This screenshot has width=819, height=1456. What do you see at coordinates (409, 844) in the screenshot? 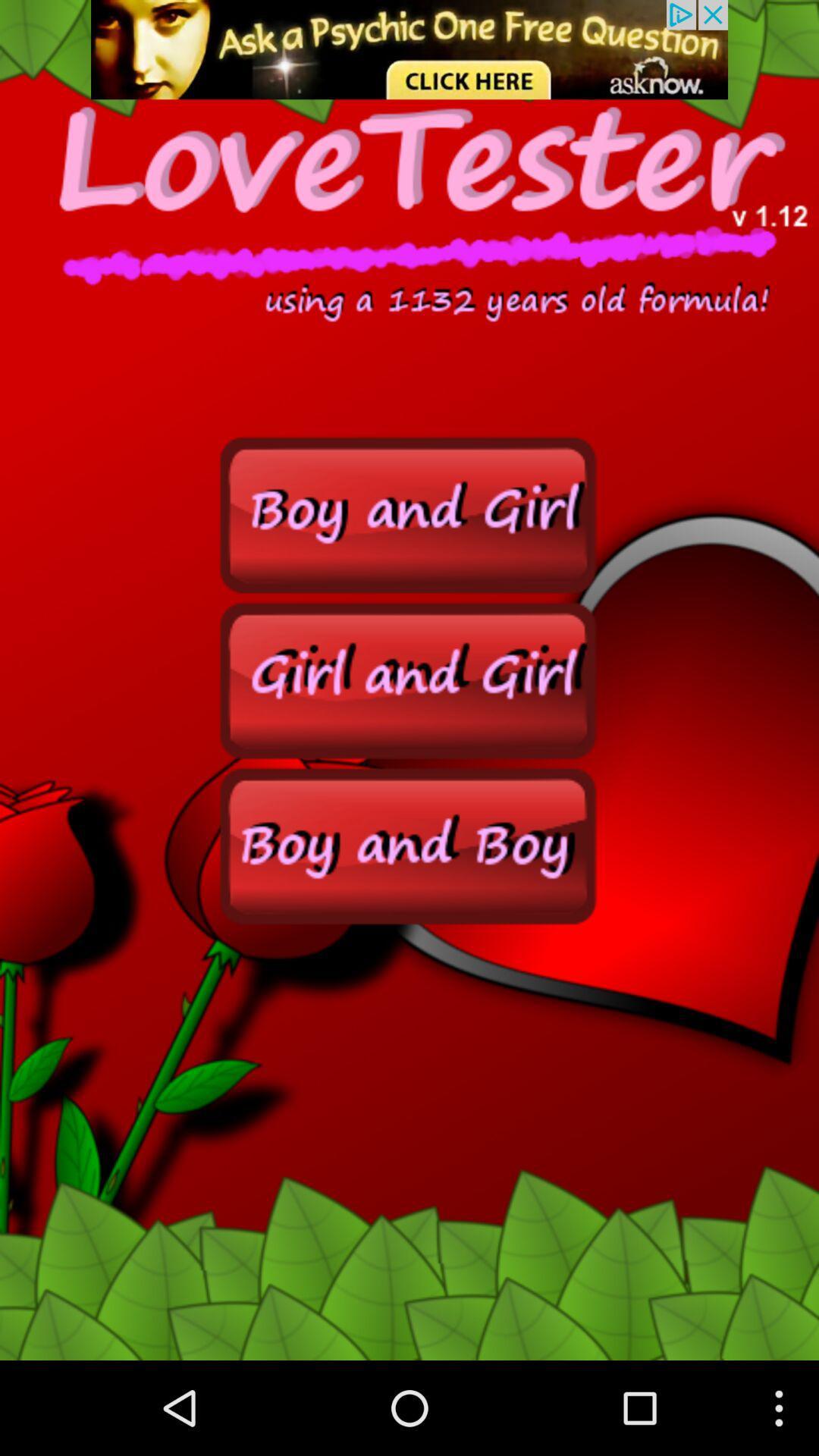
I see `boy and boy` at bounding box center [409, 844].